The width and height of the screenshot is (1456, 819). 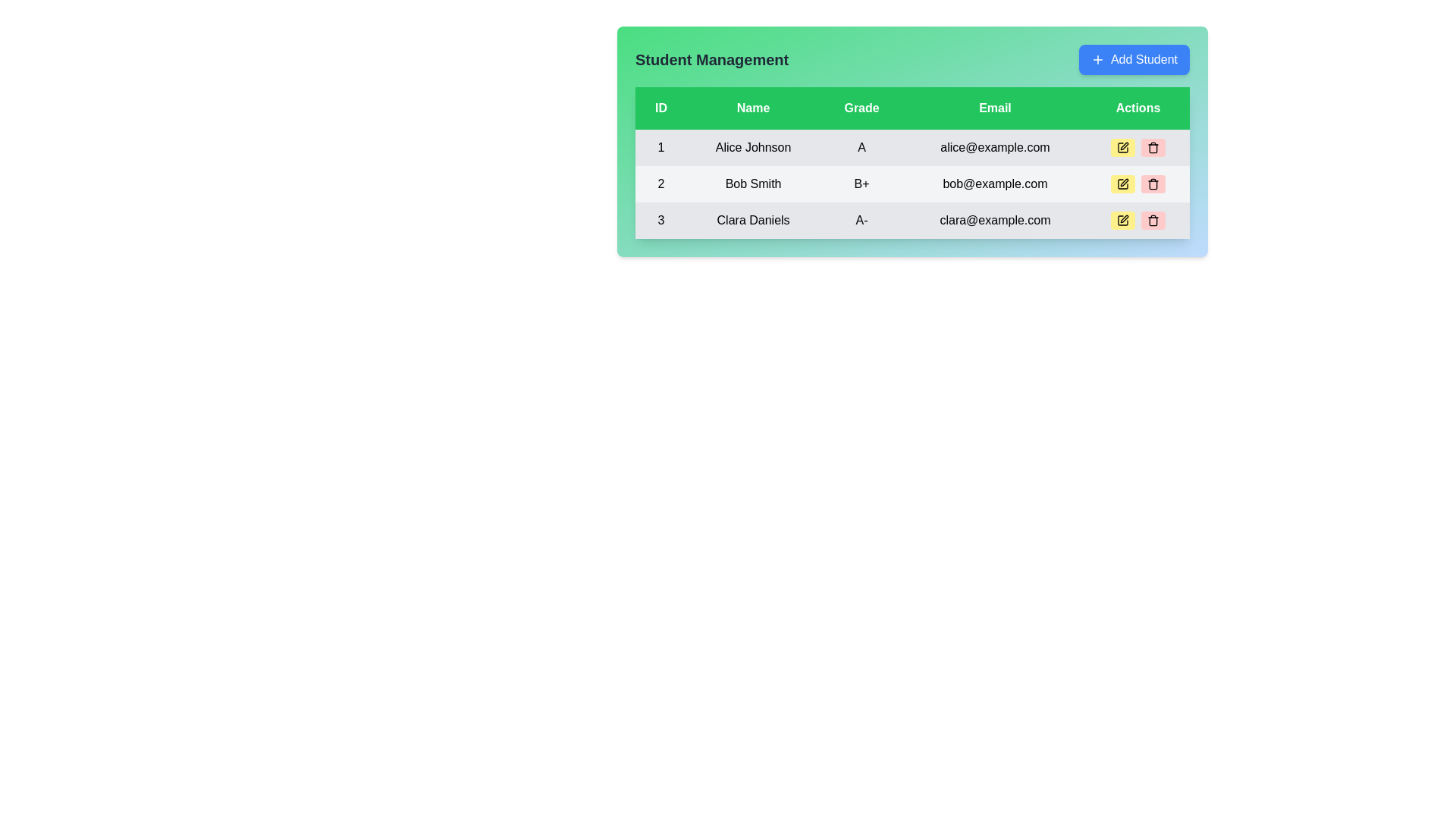 I want to click on the rounded rectangular button with a pinkish-red background and a trash can icon located in the 'Actions' column of the table for 'Alice Johnson', so click(x=1153, y=148).